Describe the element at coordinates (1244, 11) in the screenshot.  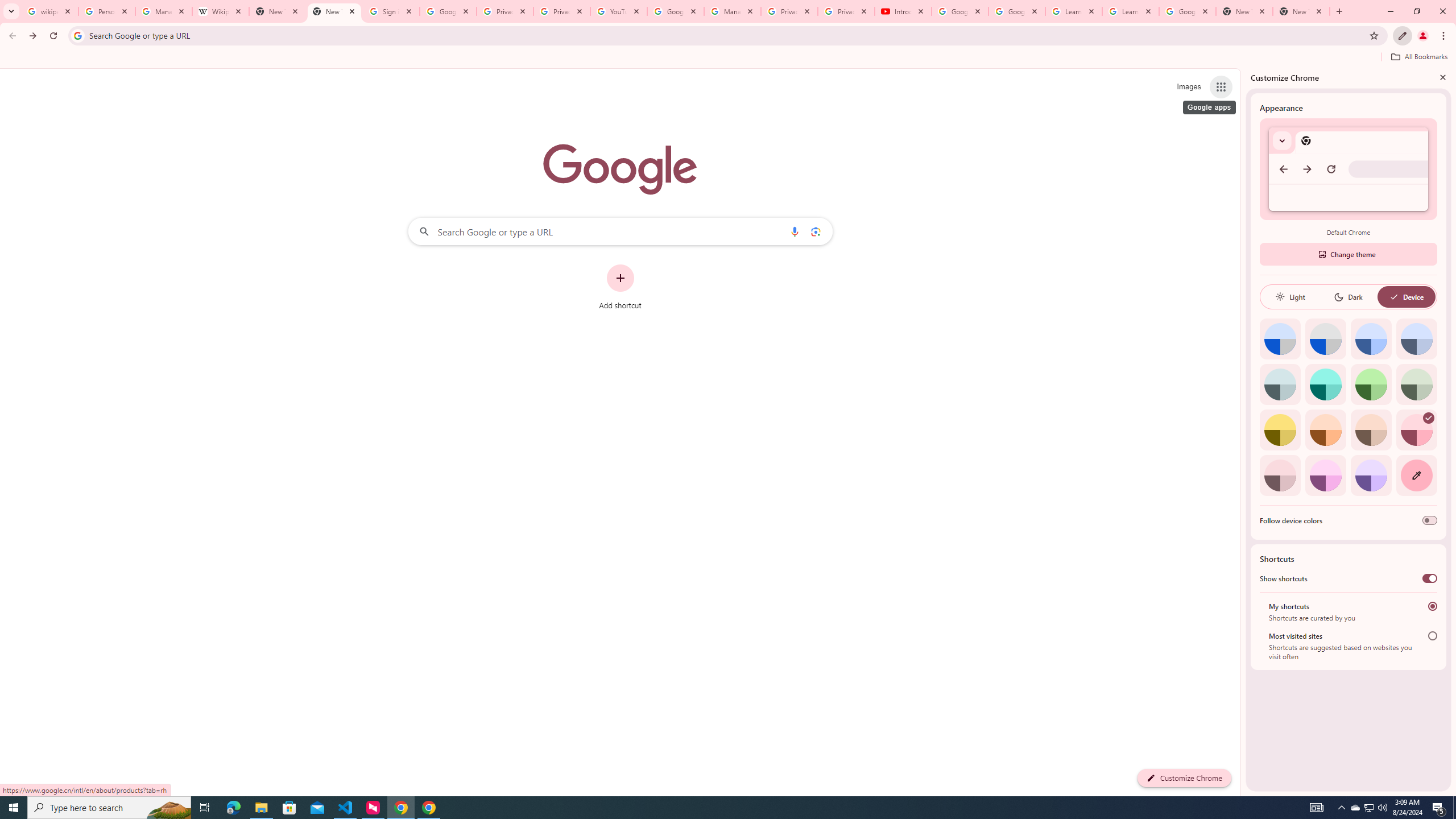
I see `'New Tab'` at that location.